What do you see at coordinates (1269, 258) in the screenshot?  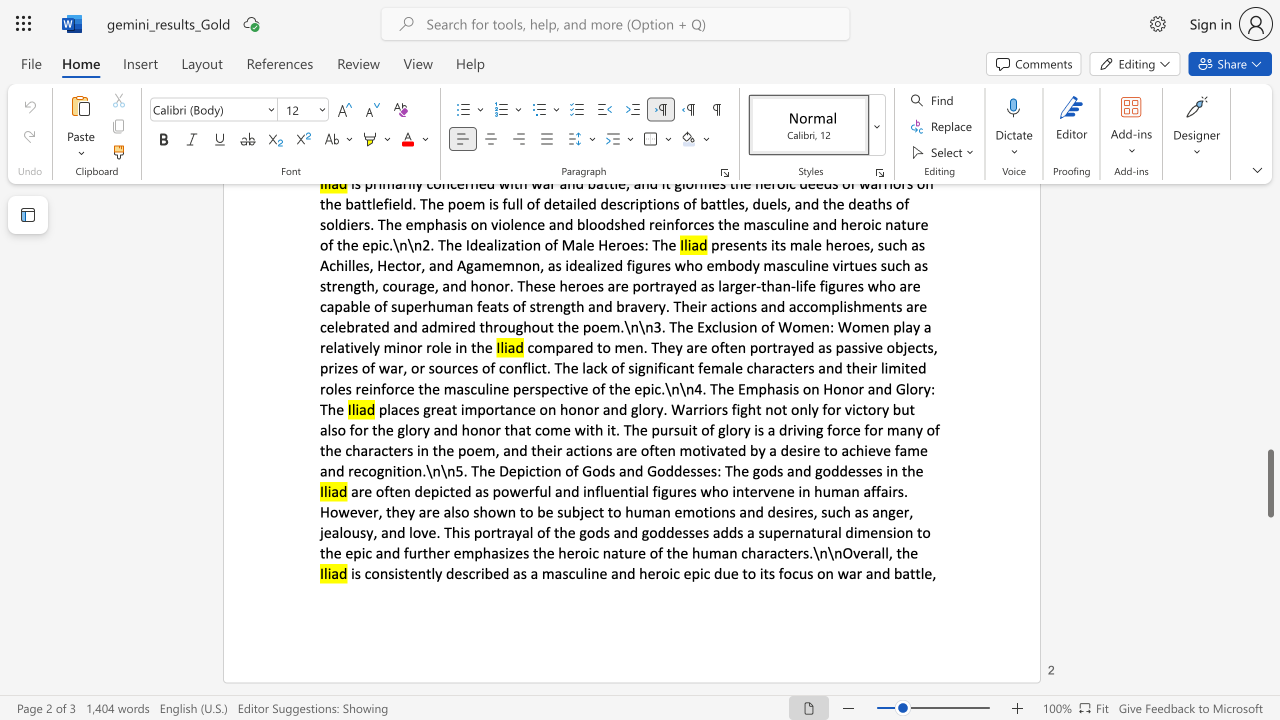 I see `the scrollbar to slide the page up` at bounding box center [1269, 258].